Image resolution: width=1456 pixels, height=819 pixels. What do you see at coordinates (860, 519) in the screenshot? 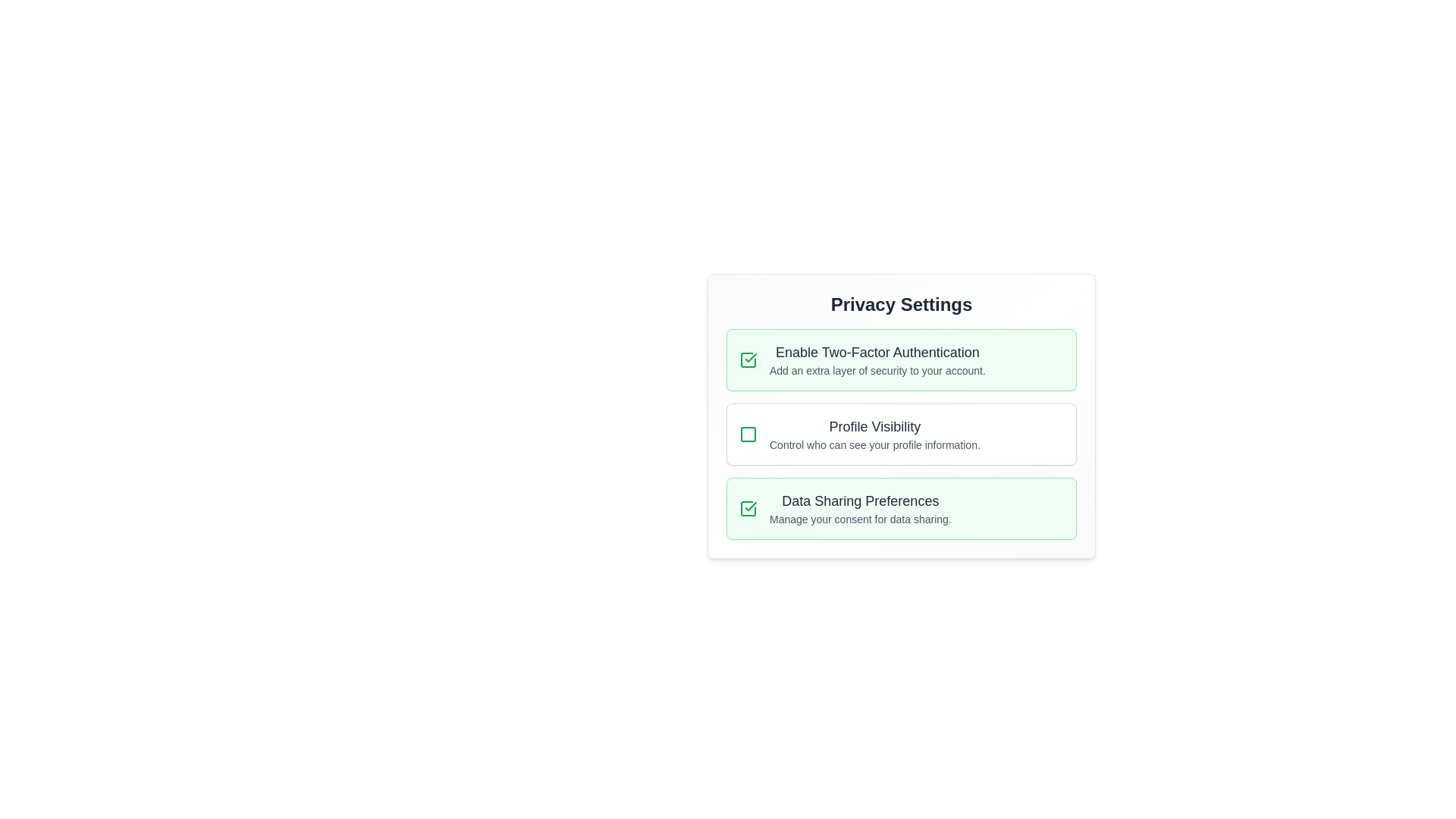
I see `the static text 'Manage your consent for data sharing.' which is located under the 'Data Sharing Preferences' heading in a card layout` at bounding box center [860, 519].